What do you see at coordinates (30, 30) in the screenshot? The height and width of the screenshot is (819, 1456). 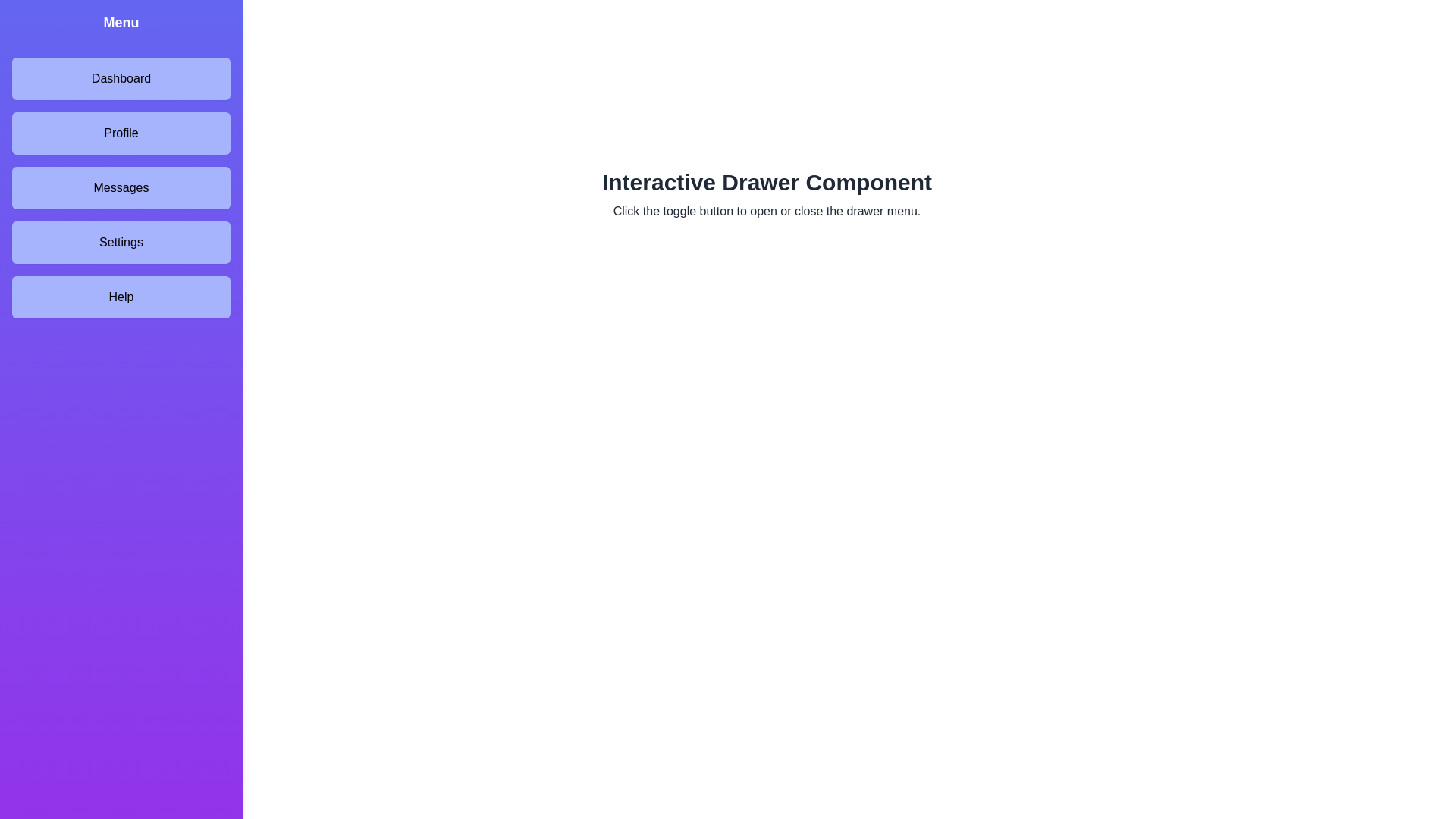 I see `the toggle button to toggle the drawer state` at bounding box center [30, 30].